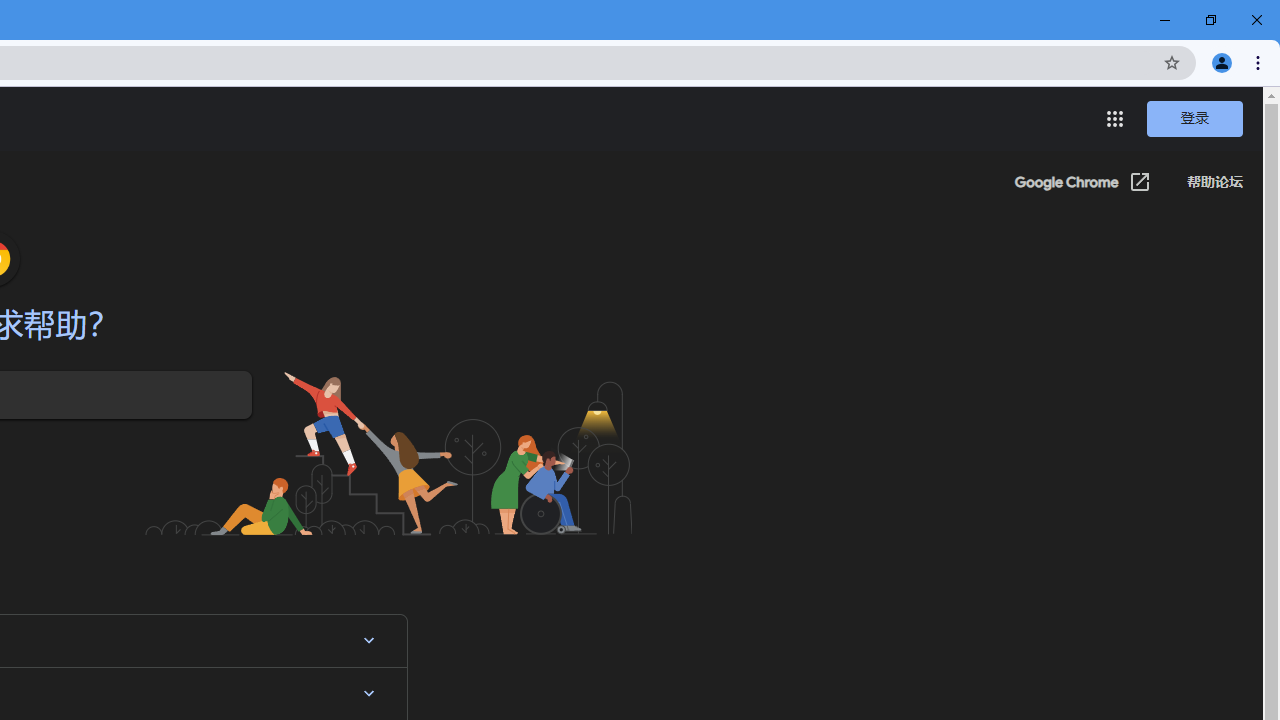 This screenshot has height=720, width=1280. I want to click on 'Restore', so click(1209, 20).